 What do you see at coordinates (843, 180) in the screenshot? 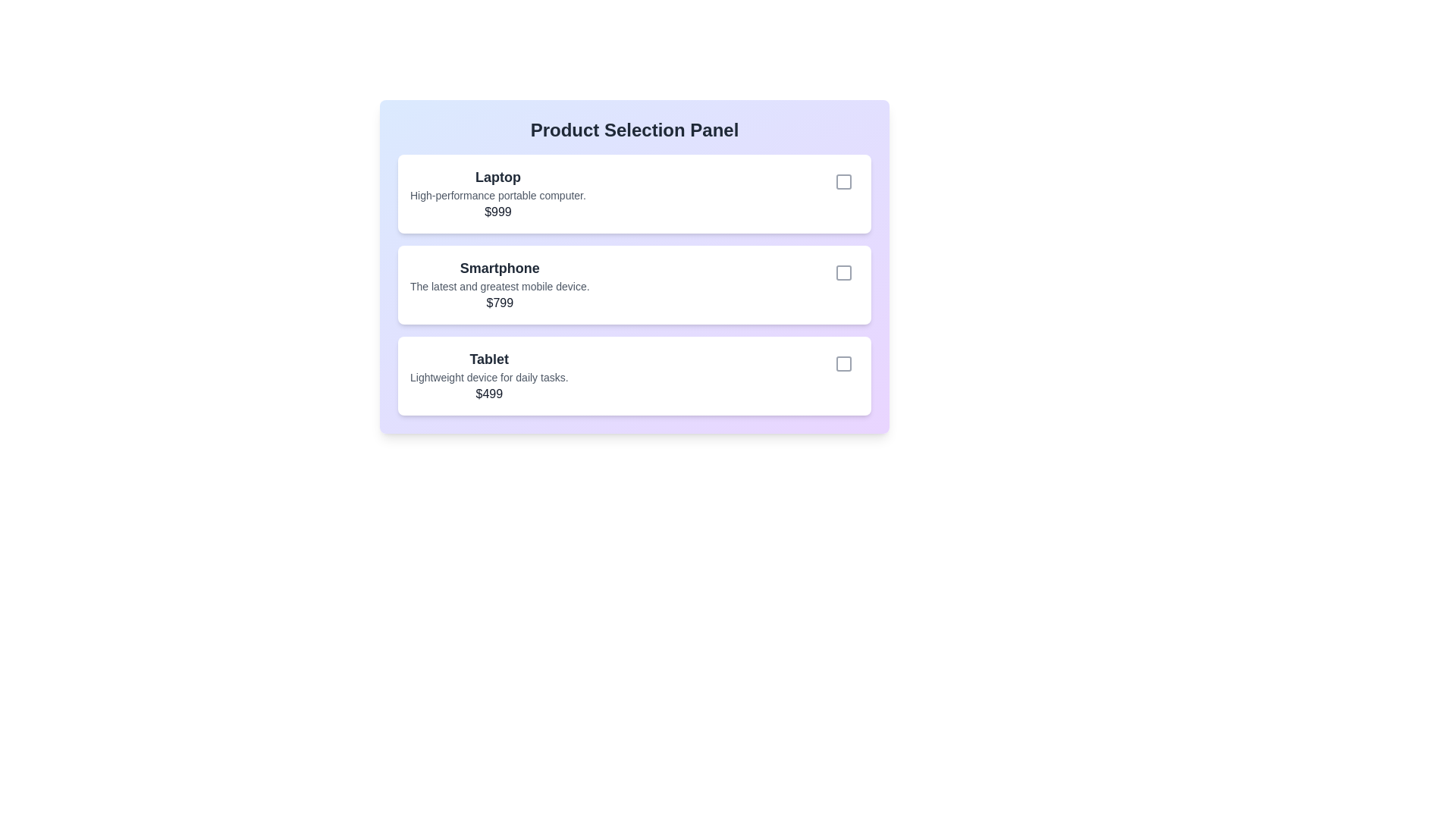
I see `the product identified by Laptop` at bounding box center [843, 180].